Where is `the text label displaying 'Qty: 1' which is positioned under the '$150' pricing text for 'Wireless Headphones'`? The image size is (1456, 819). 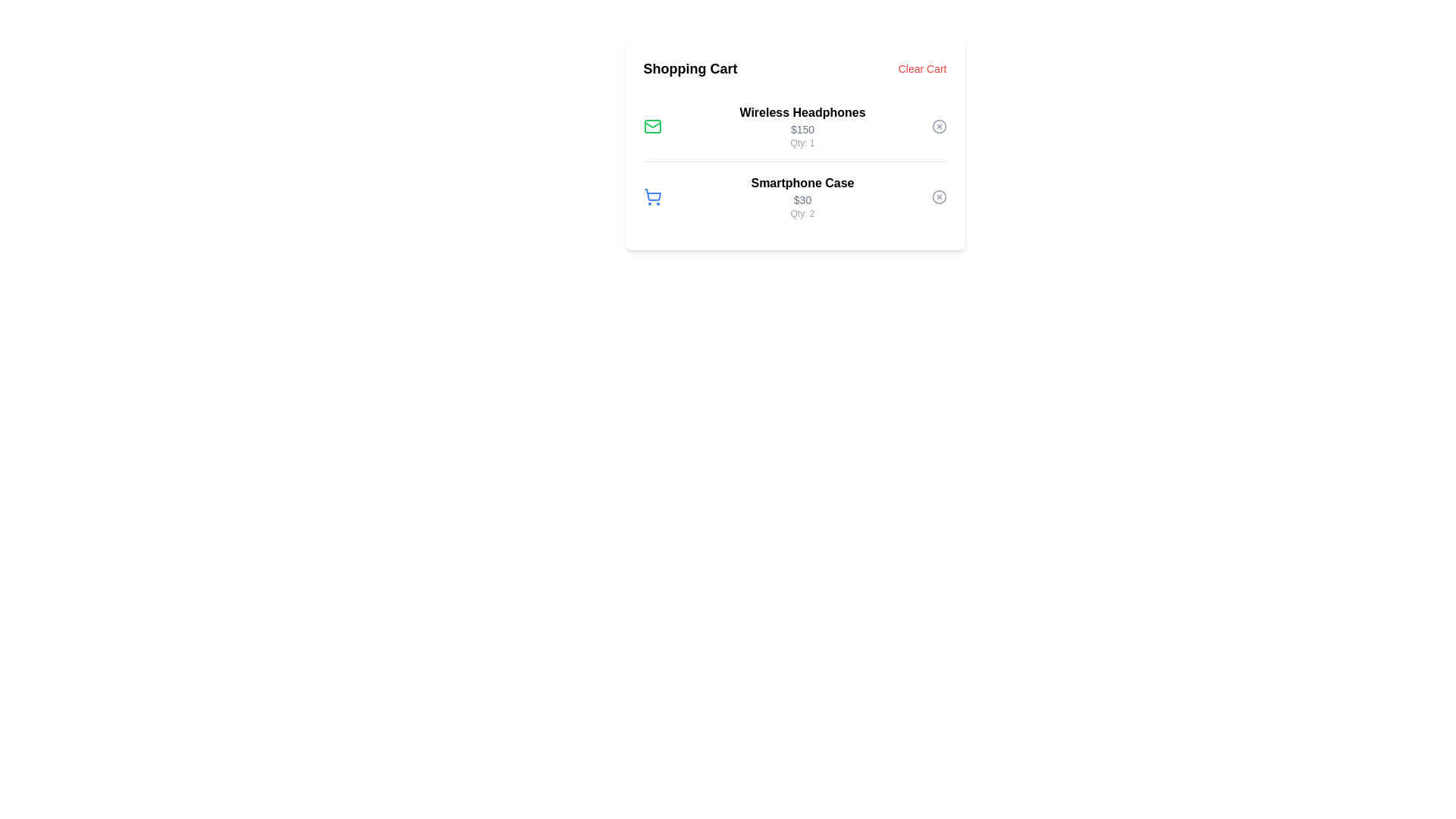
the text label displaying 'Qty: 1' which is positioned under the '$150' pricing text for 'Wireless Headphones' is located at coordinates (802, 143).